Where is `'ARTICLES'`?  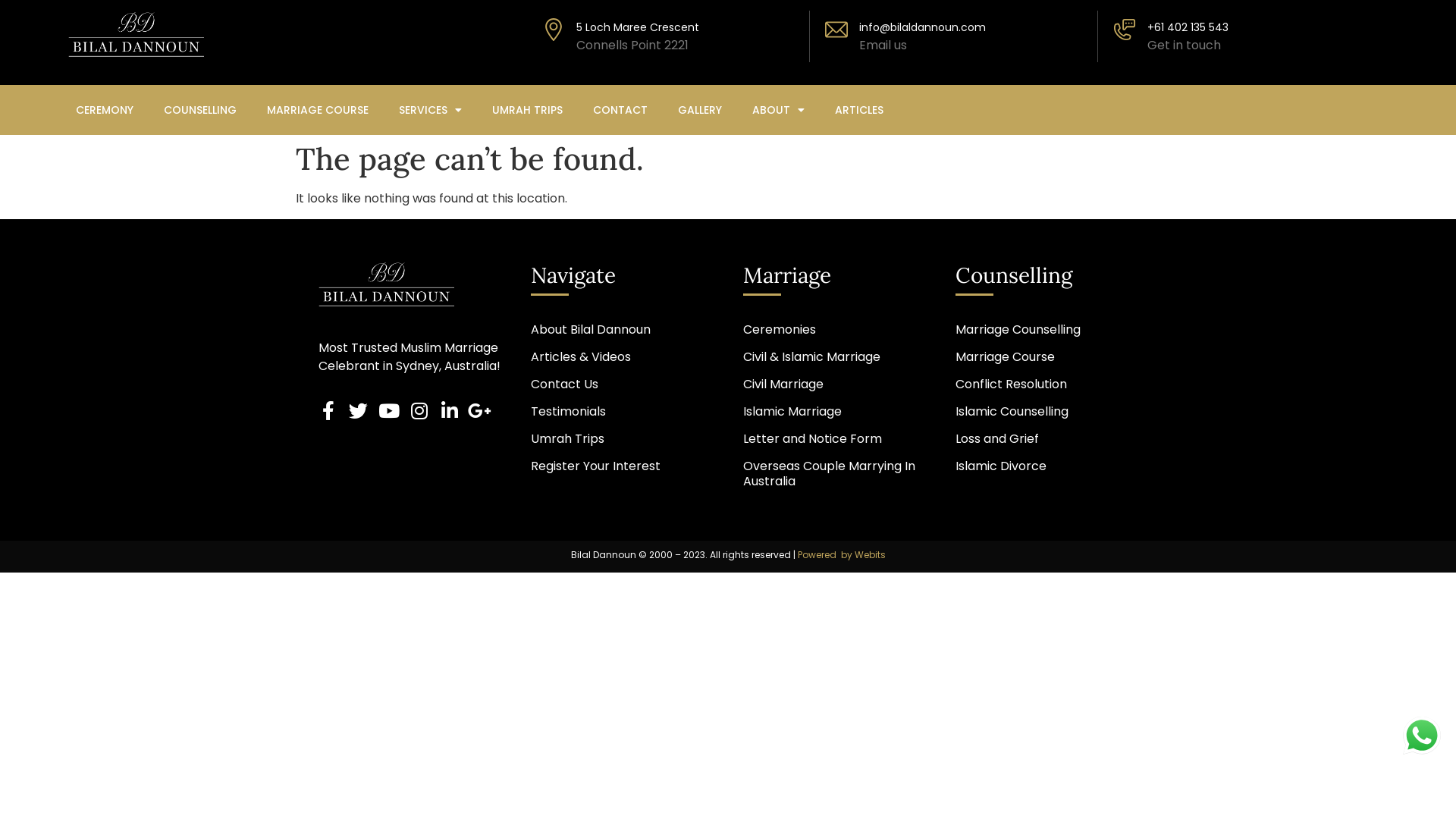
'ARTICLES' is located at coordinates (858, 109).